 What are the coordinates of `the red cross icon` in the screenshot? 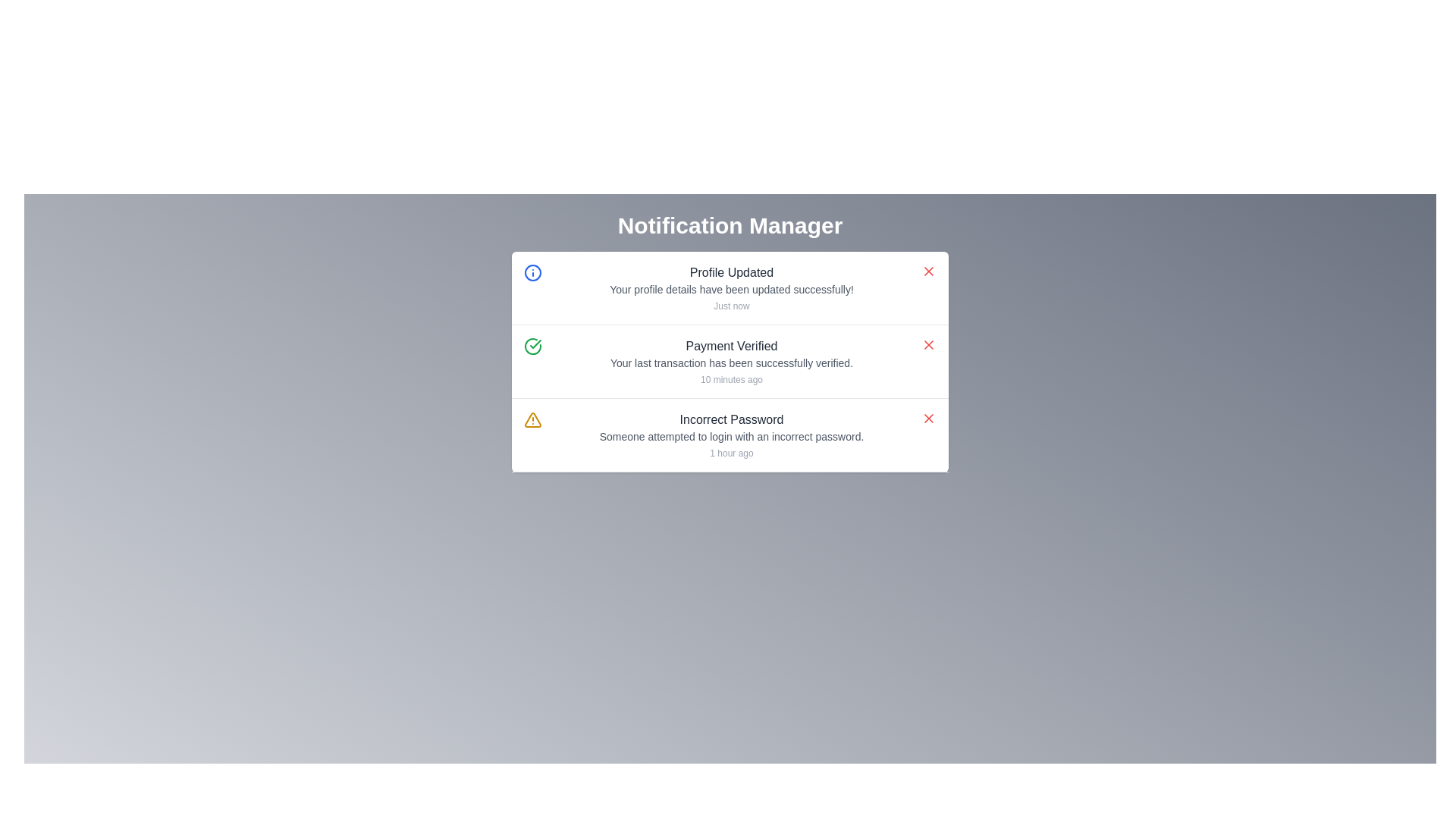 It's located at (927, 271).